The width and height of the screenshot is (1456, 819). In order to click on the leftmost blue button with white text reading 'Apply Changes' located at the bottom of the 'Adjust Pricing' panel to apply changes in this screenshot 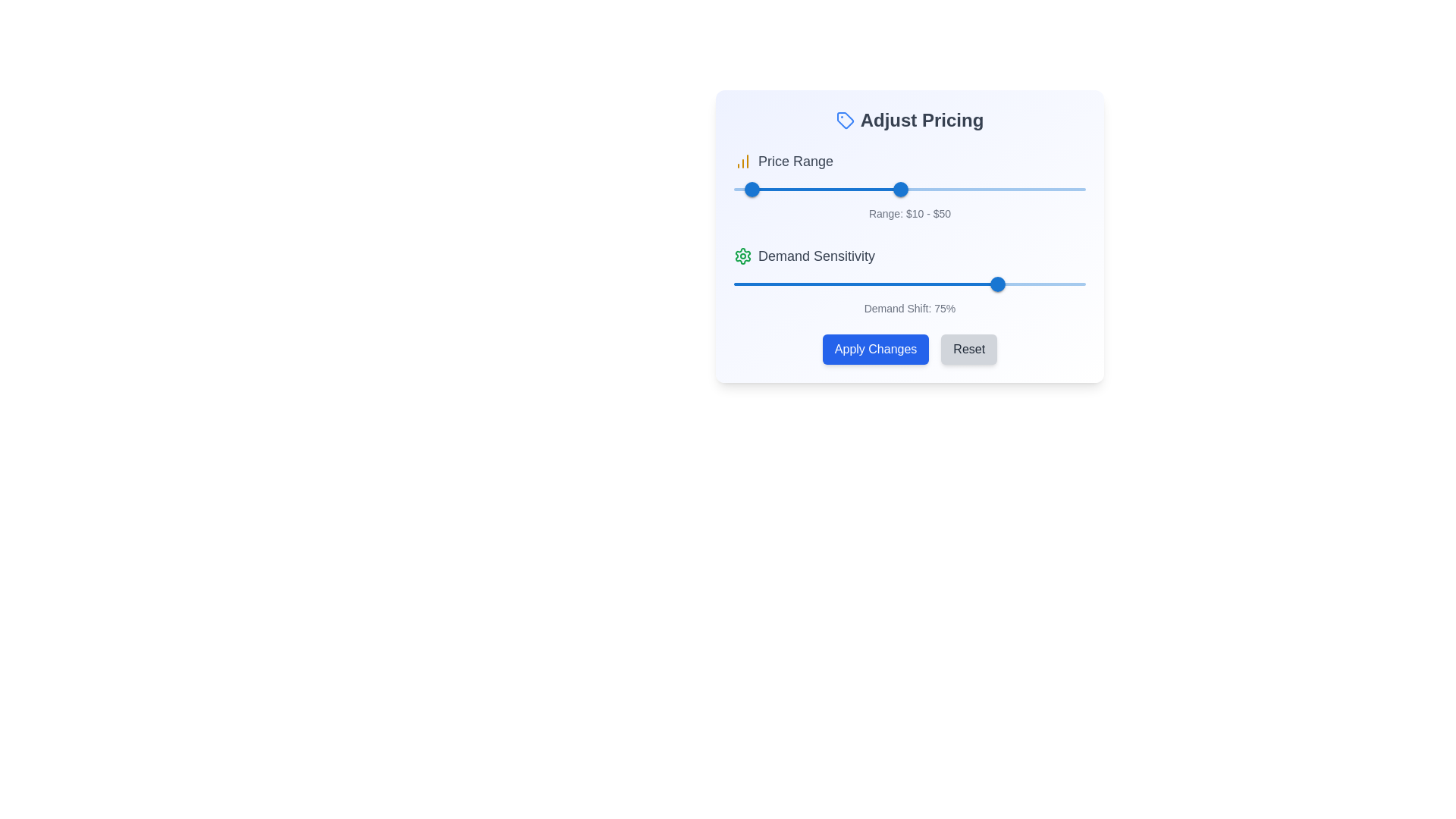, I will do `click(876, 350)`.